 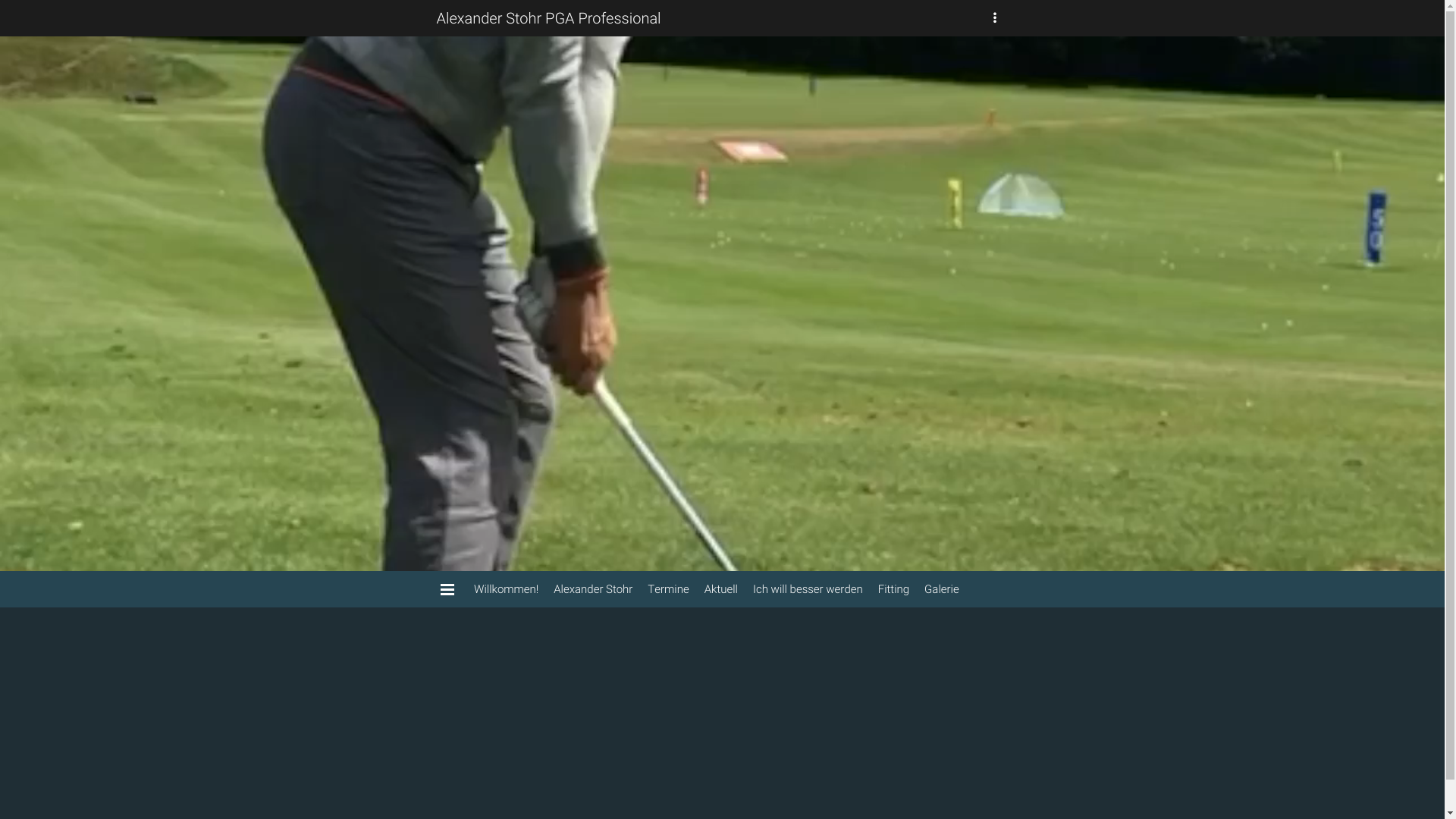 I want to click on 'Termine', so click(x=667, y=588).